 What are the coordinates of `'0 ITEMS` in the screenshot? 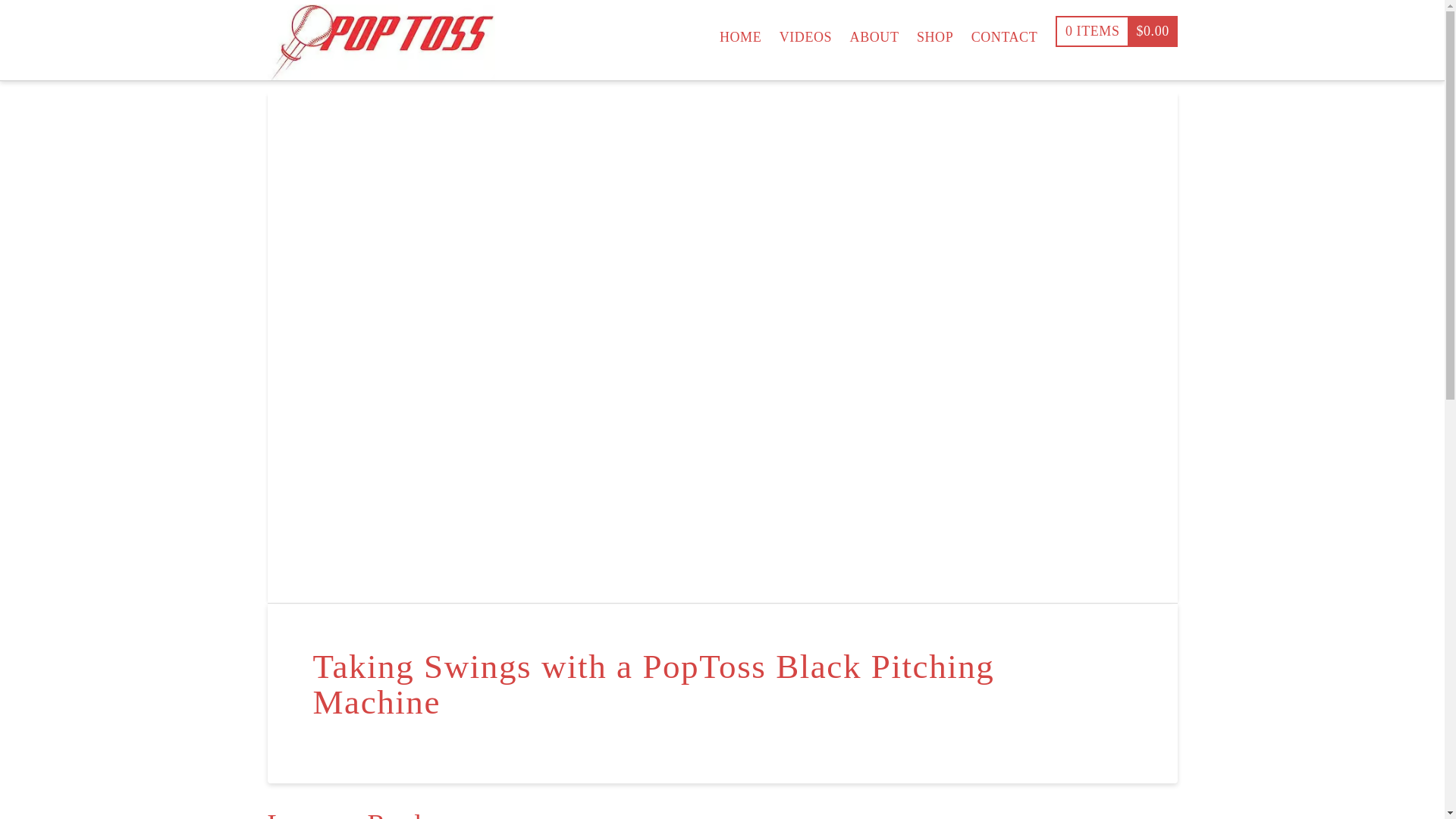 It's located at (1055, 30).